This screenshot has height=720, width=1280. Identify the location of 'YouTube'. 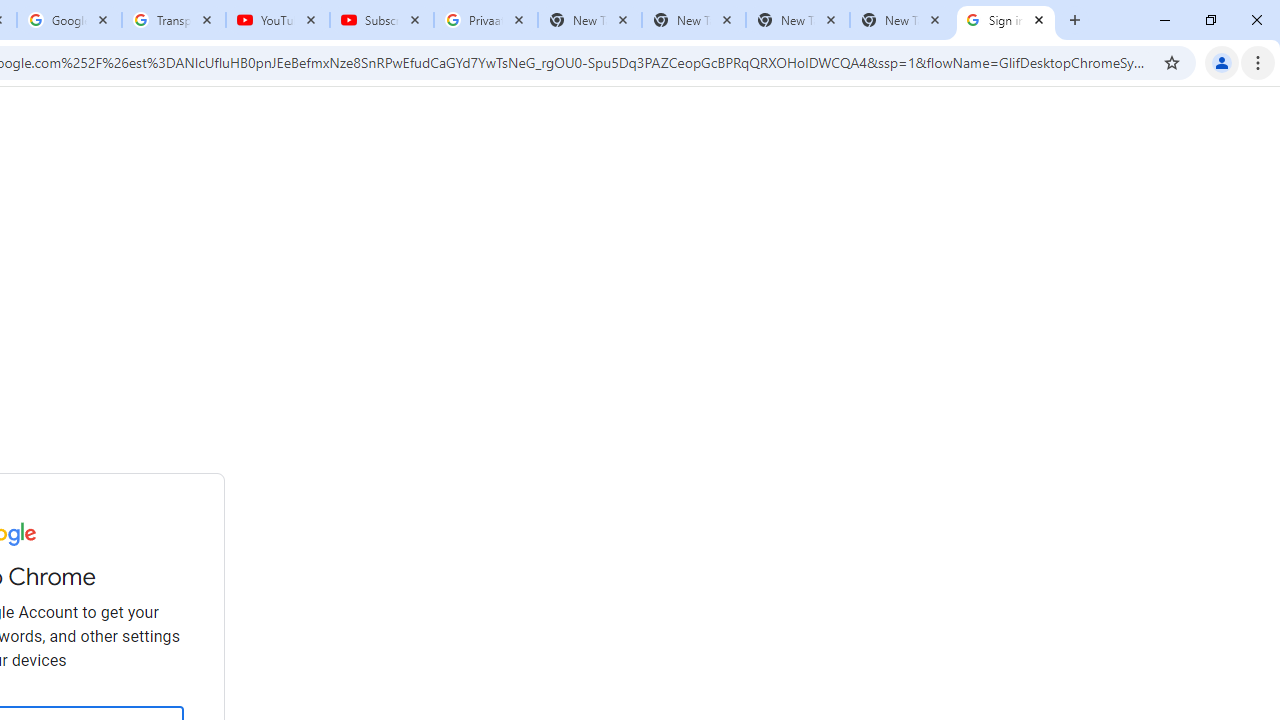
(277, 20).